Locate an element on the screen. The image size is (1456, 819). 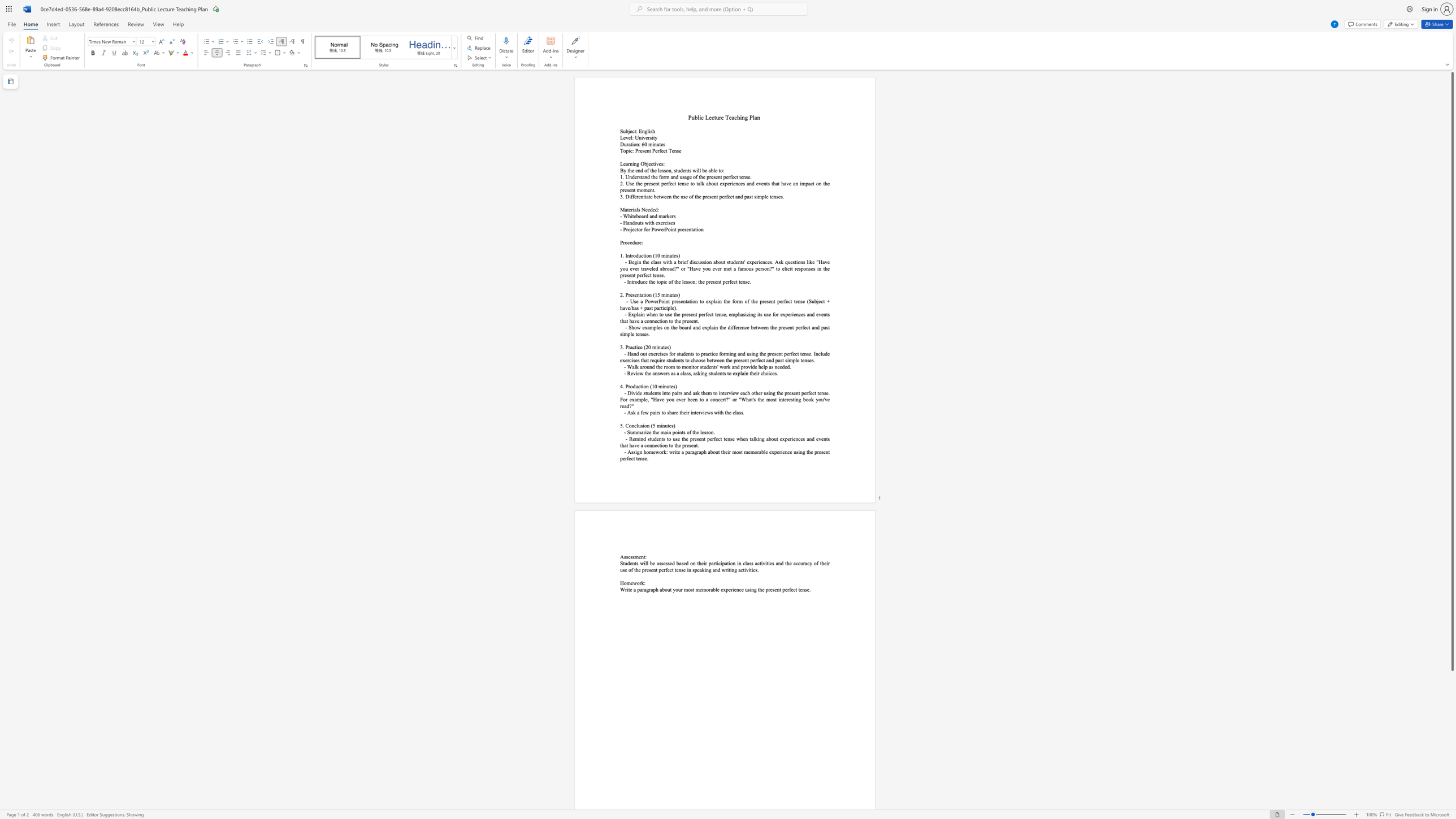
the subset text "mphasizing its use for experiences" within the text "- Explain when to use the present perfect tense, emphasizing its use for experiences and events that have a connection to the present." is located at coordinates (731, 314).